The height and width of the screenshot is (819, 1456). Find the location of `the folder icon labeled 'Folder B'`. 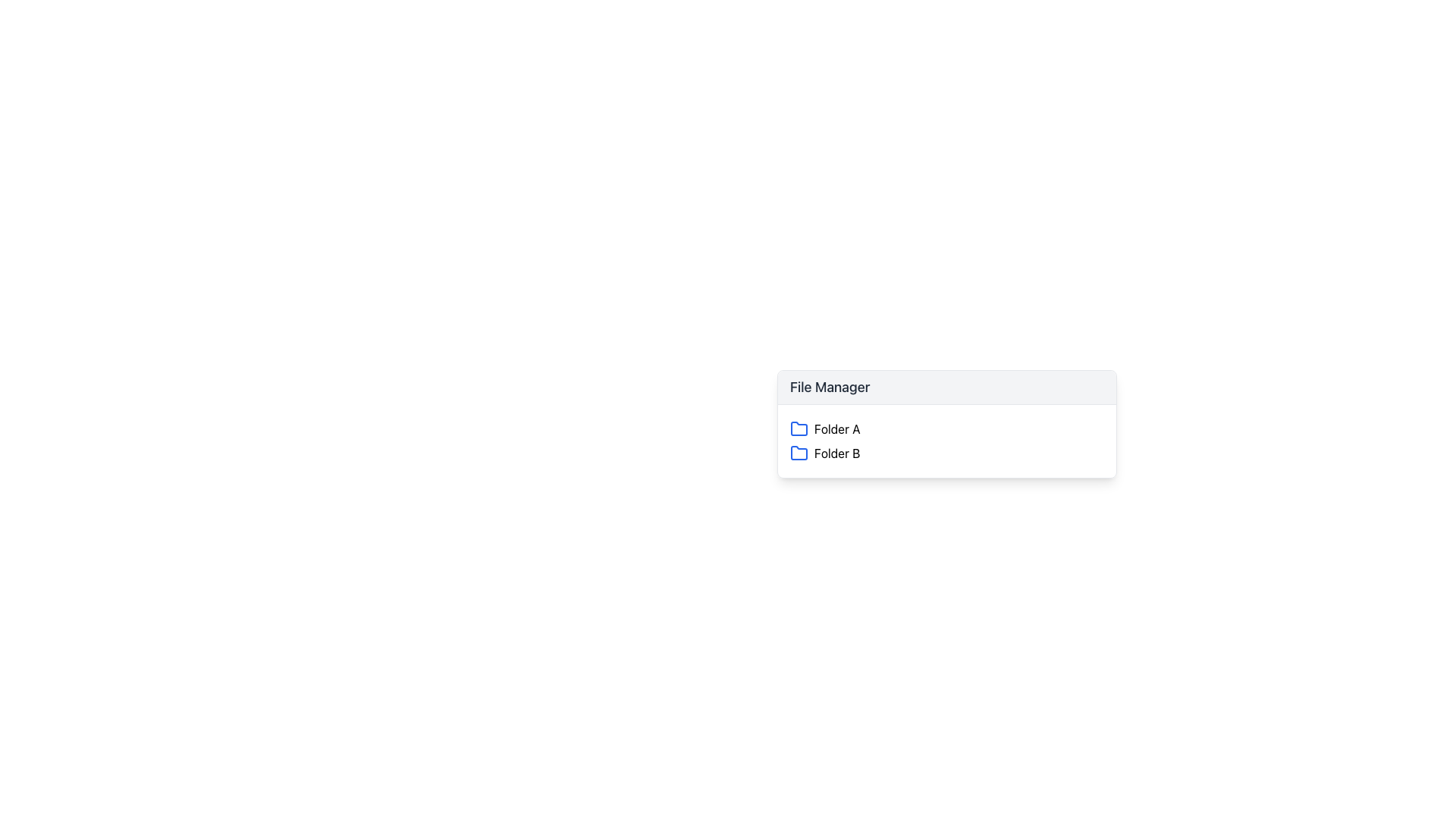

the folder icon labeled 'Folder B' is located at coordinates (799, 452).